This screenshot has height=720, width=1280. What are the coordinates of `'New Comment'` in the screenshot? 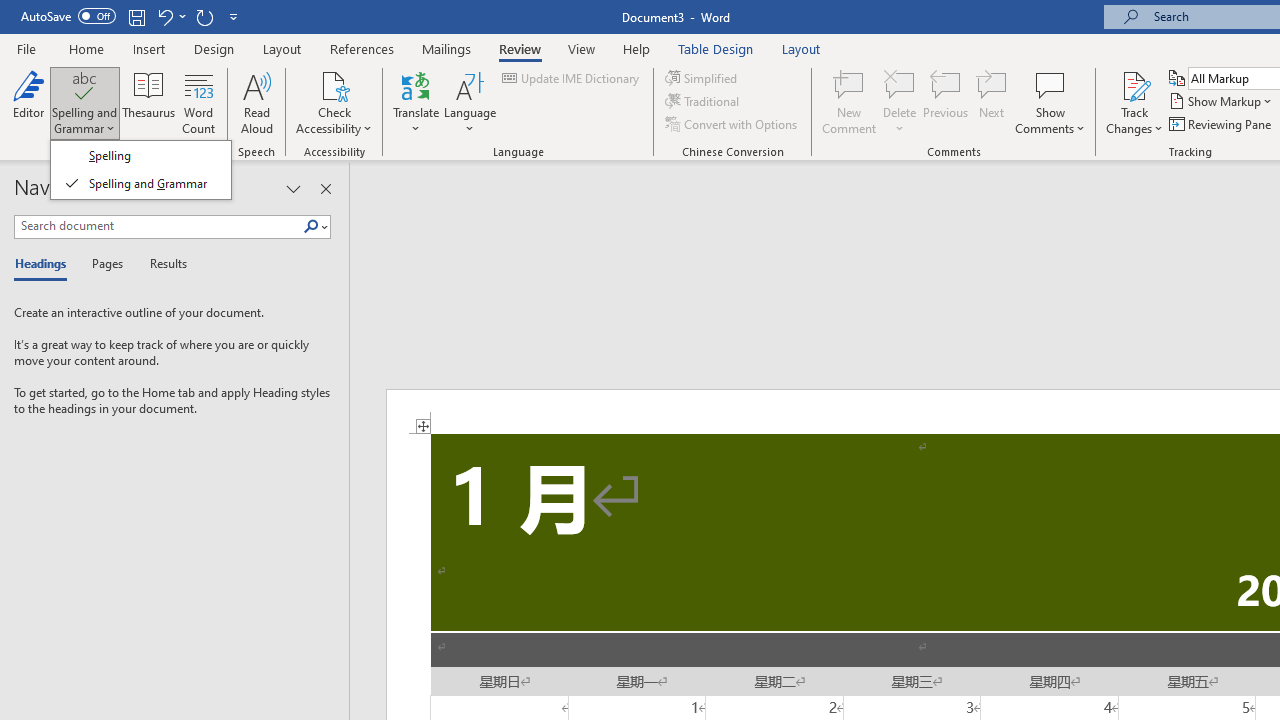 It's located at (849, 103).